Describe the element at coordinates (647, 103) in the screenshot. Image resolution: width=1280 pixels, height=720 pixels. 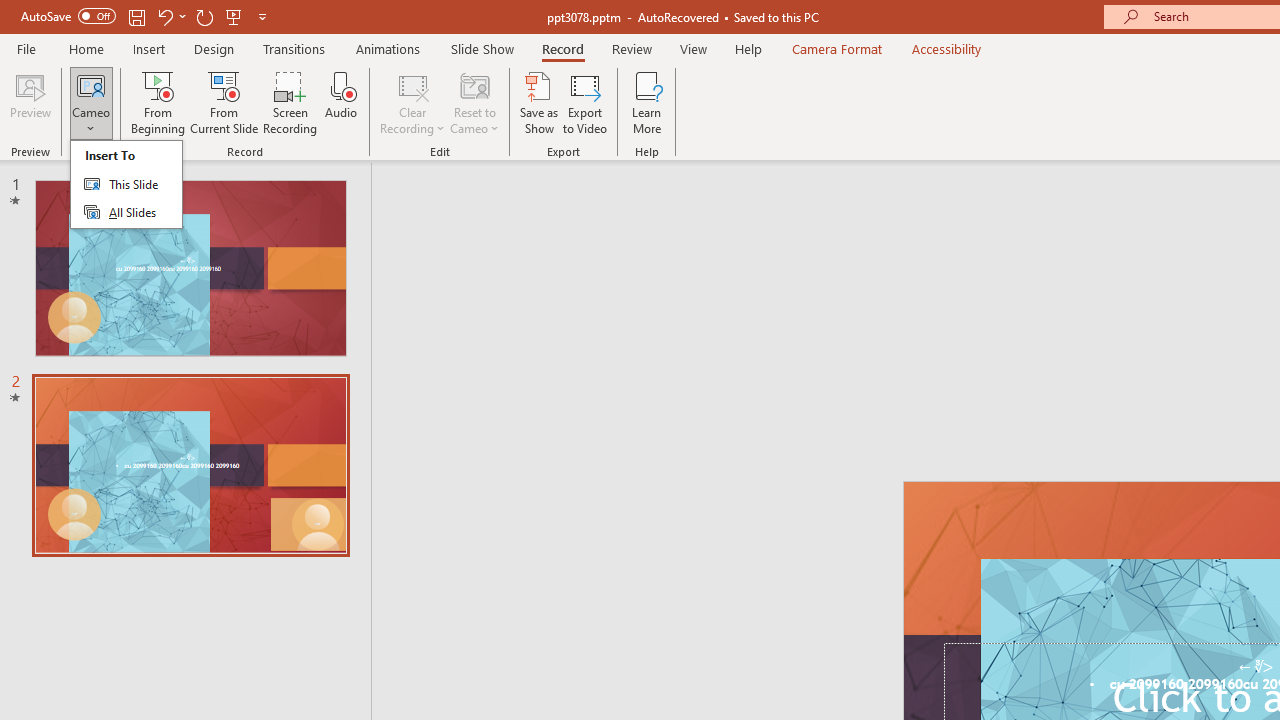
I see `'Learn More'` at that location.